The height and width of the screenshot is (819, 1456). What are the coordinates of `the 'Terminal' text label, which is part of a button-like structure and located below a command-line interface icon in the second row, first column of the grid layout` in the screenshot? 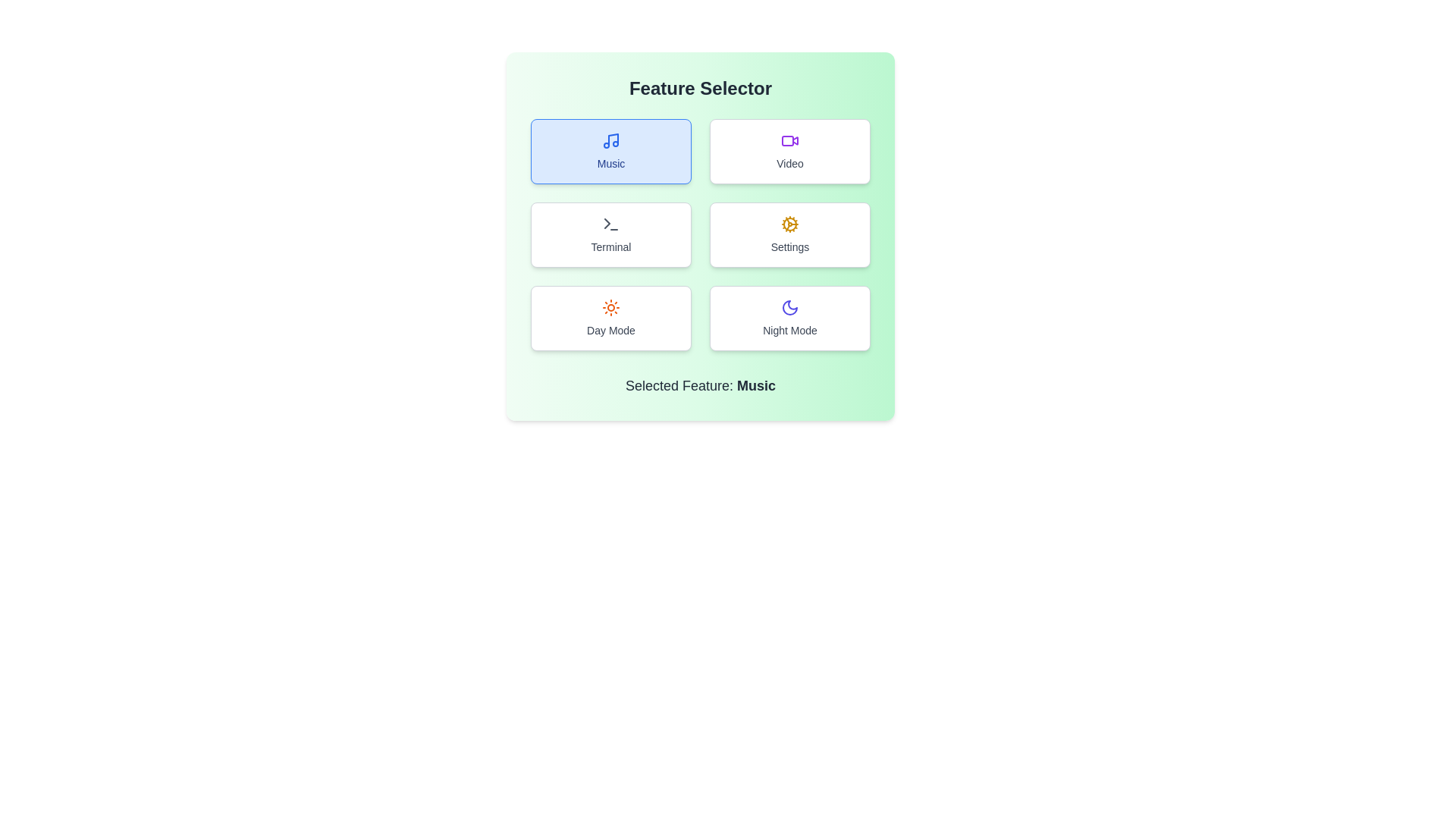 It's located at (611, 246).